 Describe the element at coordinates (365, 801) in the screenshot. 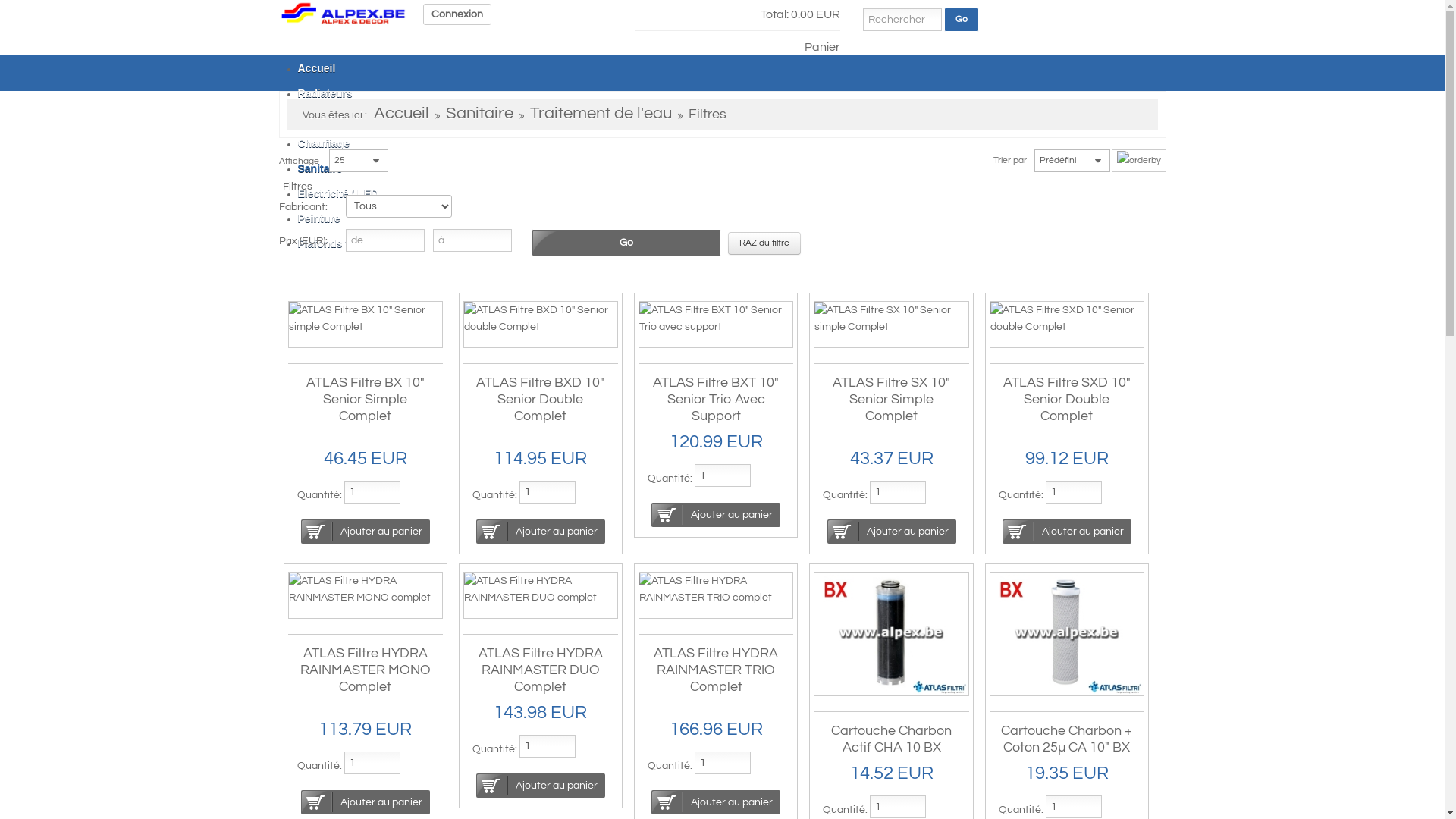

I see `'Ajouter au panier'` at that location.